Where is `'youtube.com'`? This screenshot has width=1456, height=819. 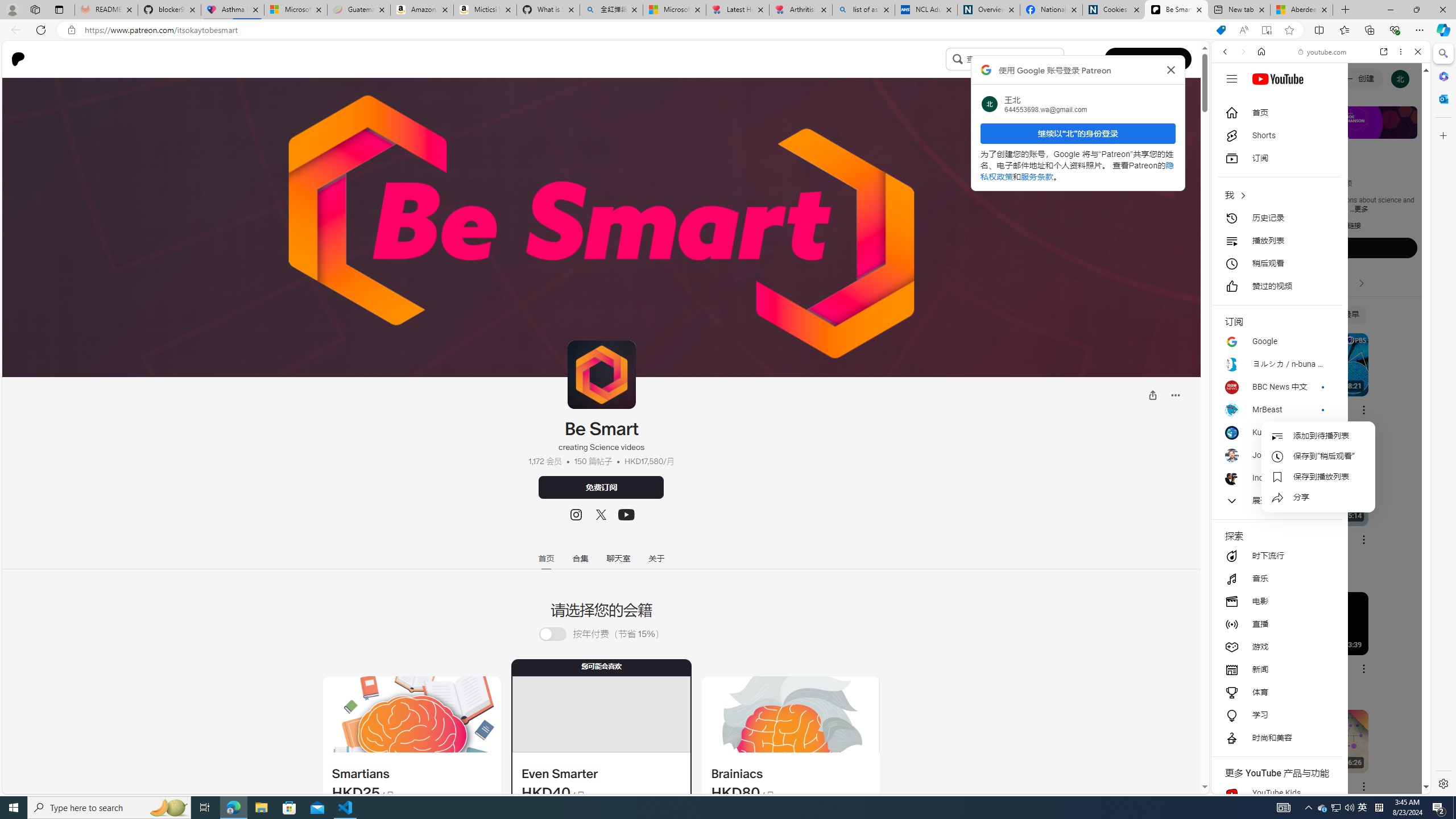 'youtube.com' is located at coordinates (1322, 52).